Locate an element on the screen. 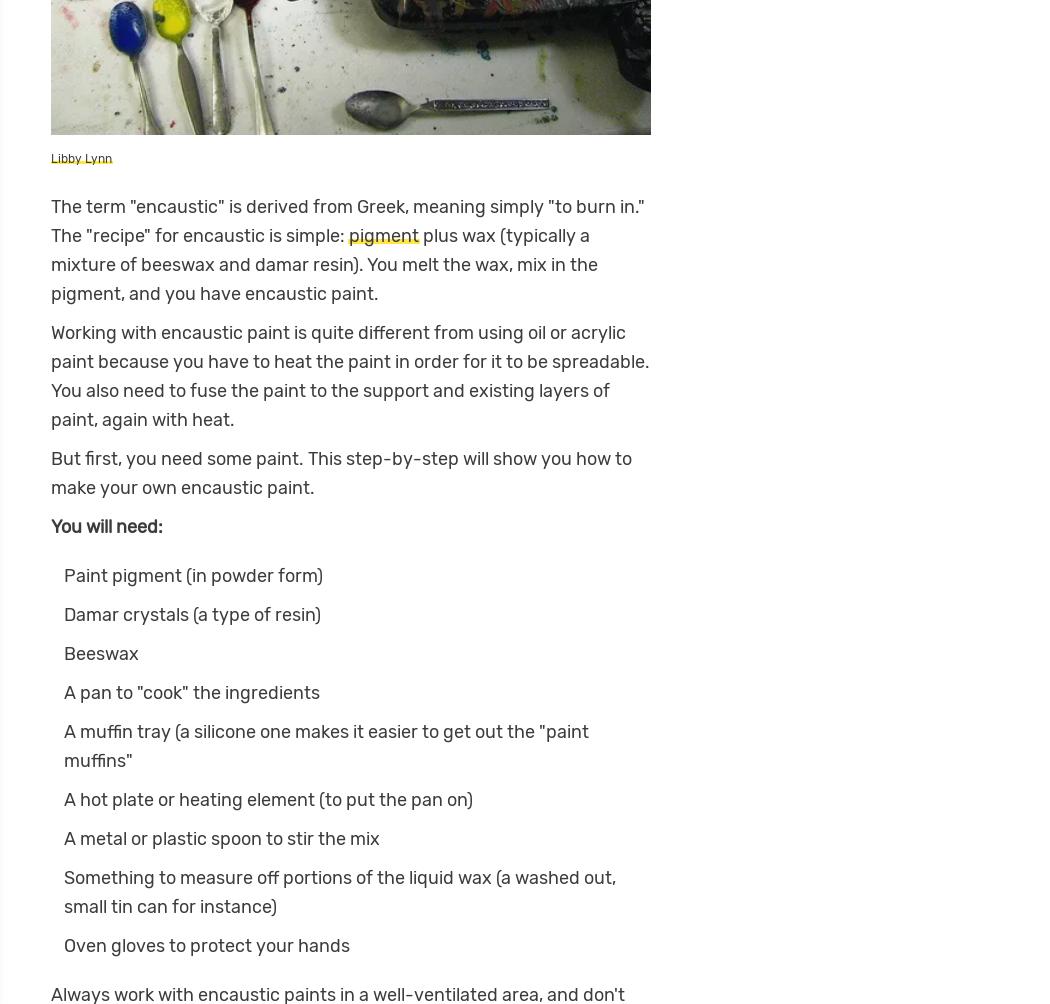 The height and width of the screenshot is (1004, 1050). 'A hot plate or heating element (to put the pan on)' is located at coordinates (266, 799).